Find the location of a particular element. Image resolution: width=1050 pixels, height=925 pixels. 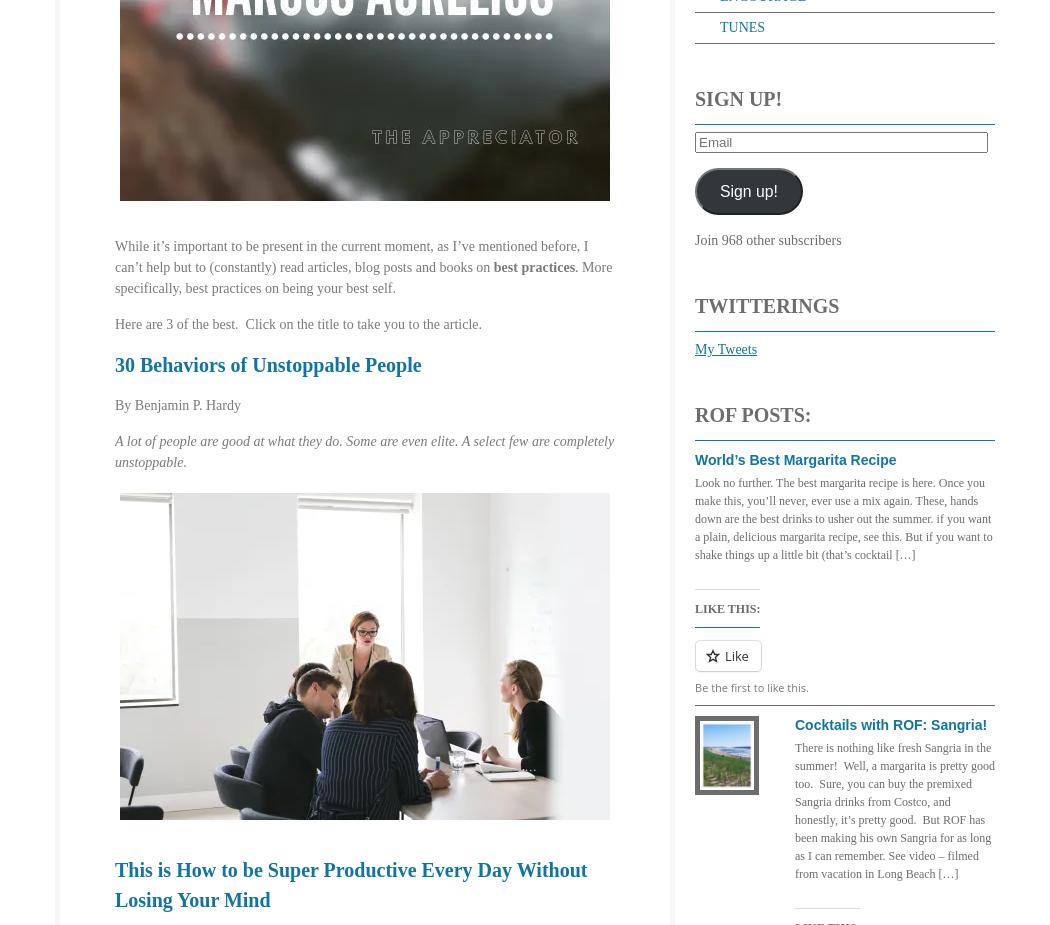

'While it’s important to be present in the current moment, as I’ve mentioned before, I can’t help but to (constantly) read articles, blog posts and books on' is located at coordinates (113, 255).